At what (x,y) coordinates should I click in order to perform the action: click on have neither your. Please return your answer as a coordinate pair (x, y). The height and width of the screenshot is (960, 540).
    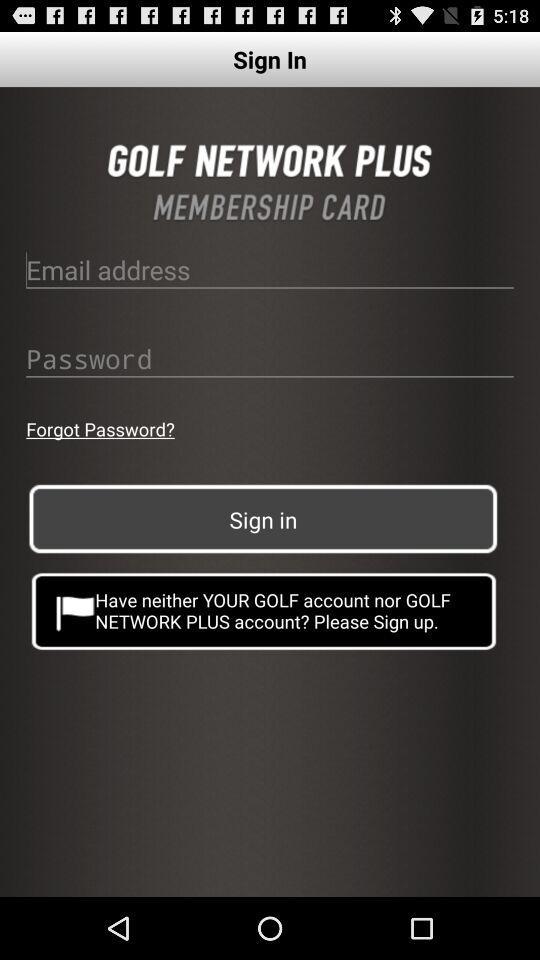
    Looking at the image, I should click on (264, 609).